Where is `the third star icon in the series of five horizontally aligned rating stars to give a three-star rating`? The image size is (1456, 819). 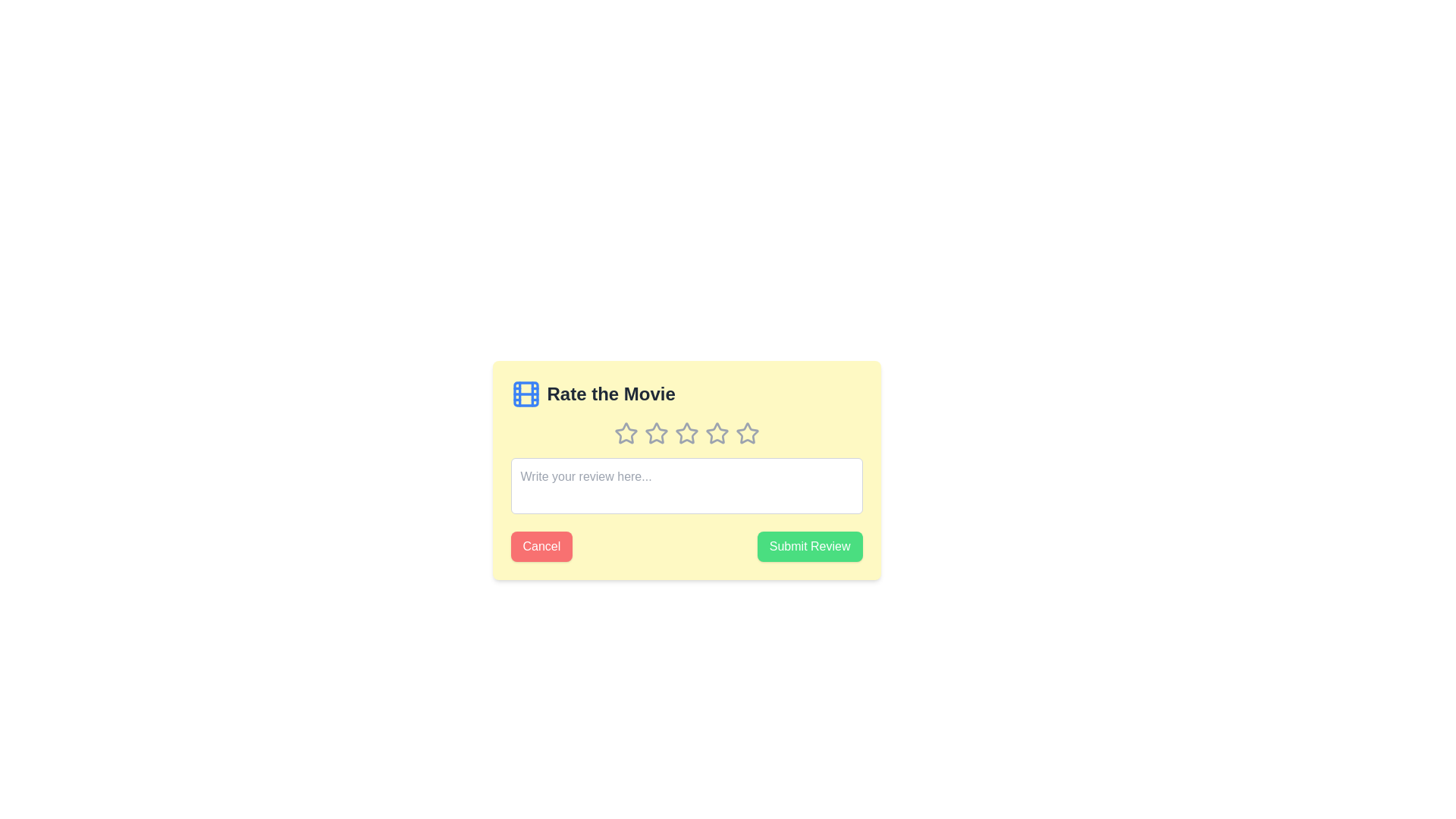 the third star icon in the series of five horizontally aligned rating stars to give a three-star rating is located at coordinates (716, 433).